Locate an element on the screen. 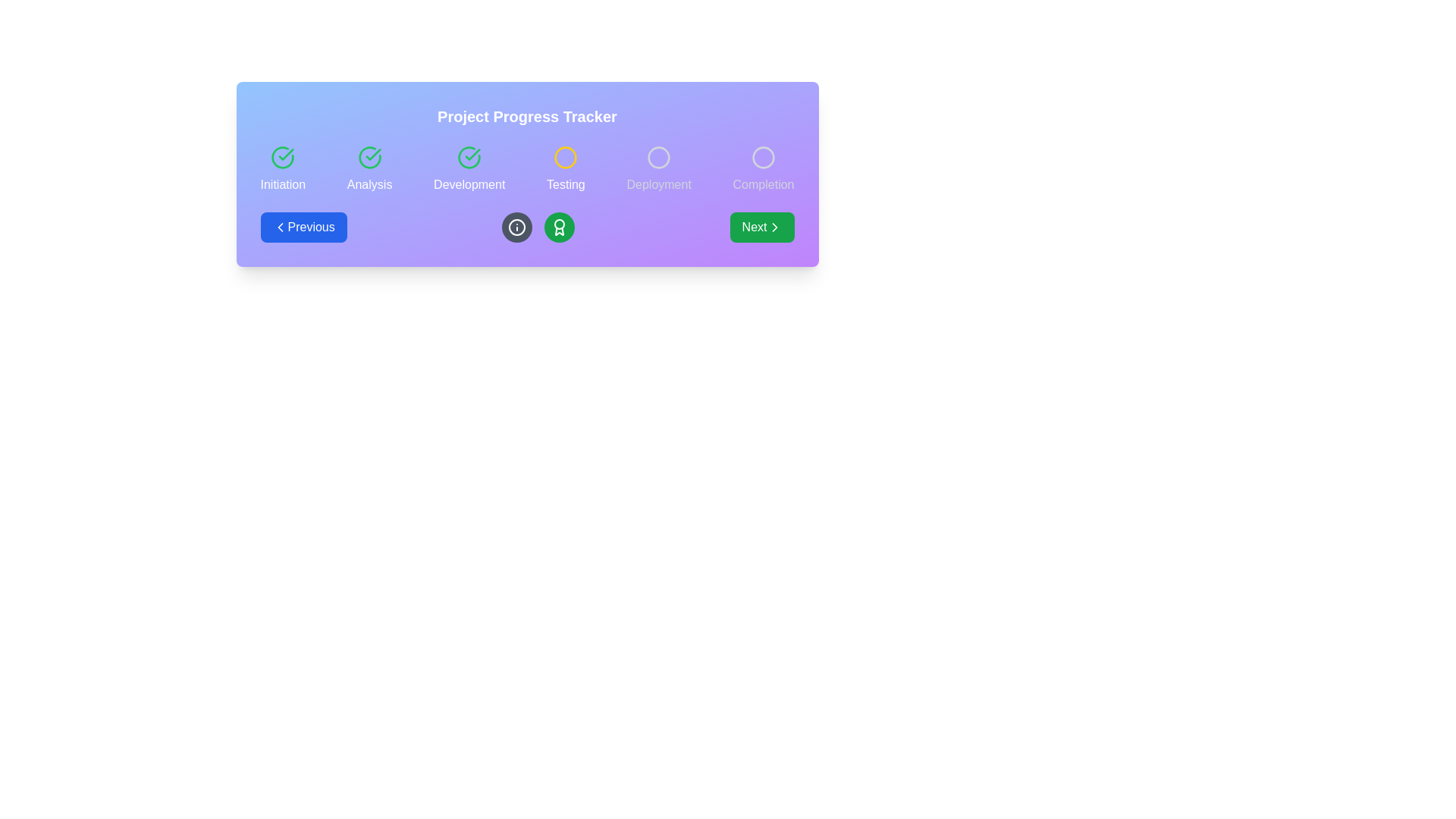  the status of the 'Deployment' step in the progress tracker, which is the fifth step in the sequence, located between 'Testing' and 'Completion' is located at coordinates (659, 169).